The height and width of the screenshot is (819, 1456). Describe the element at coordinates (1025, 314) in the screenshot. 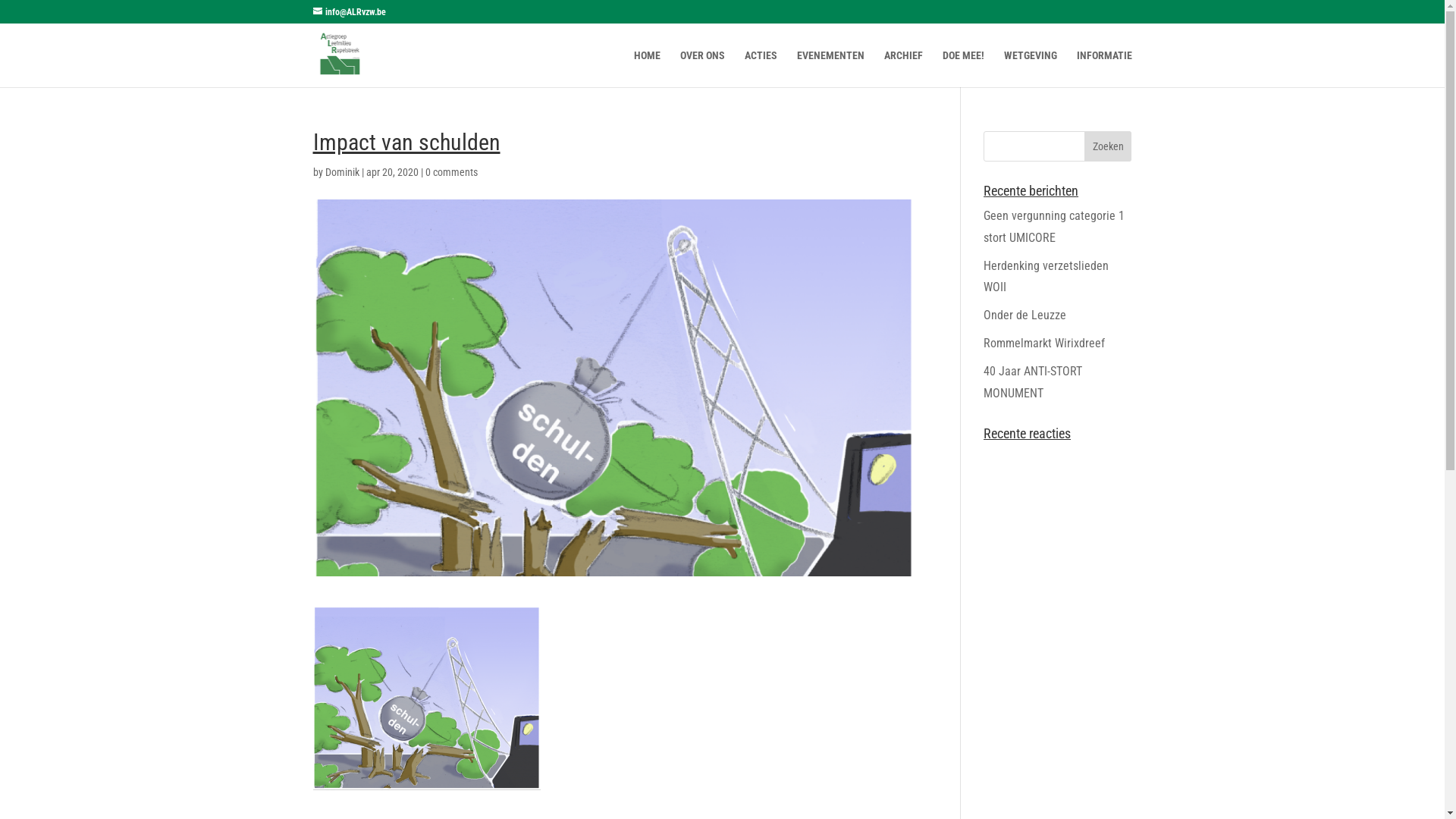

I see `'Onder de Leuzze'` at that location.